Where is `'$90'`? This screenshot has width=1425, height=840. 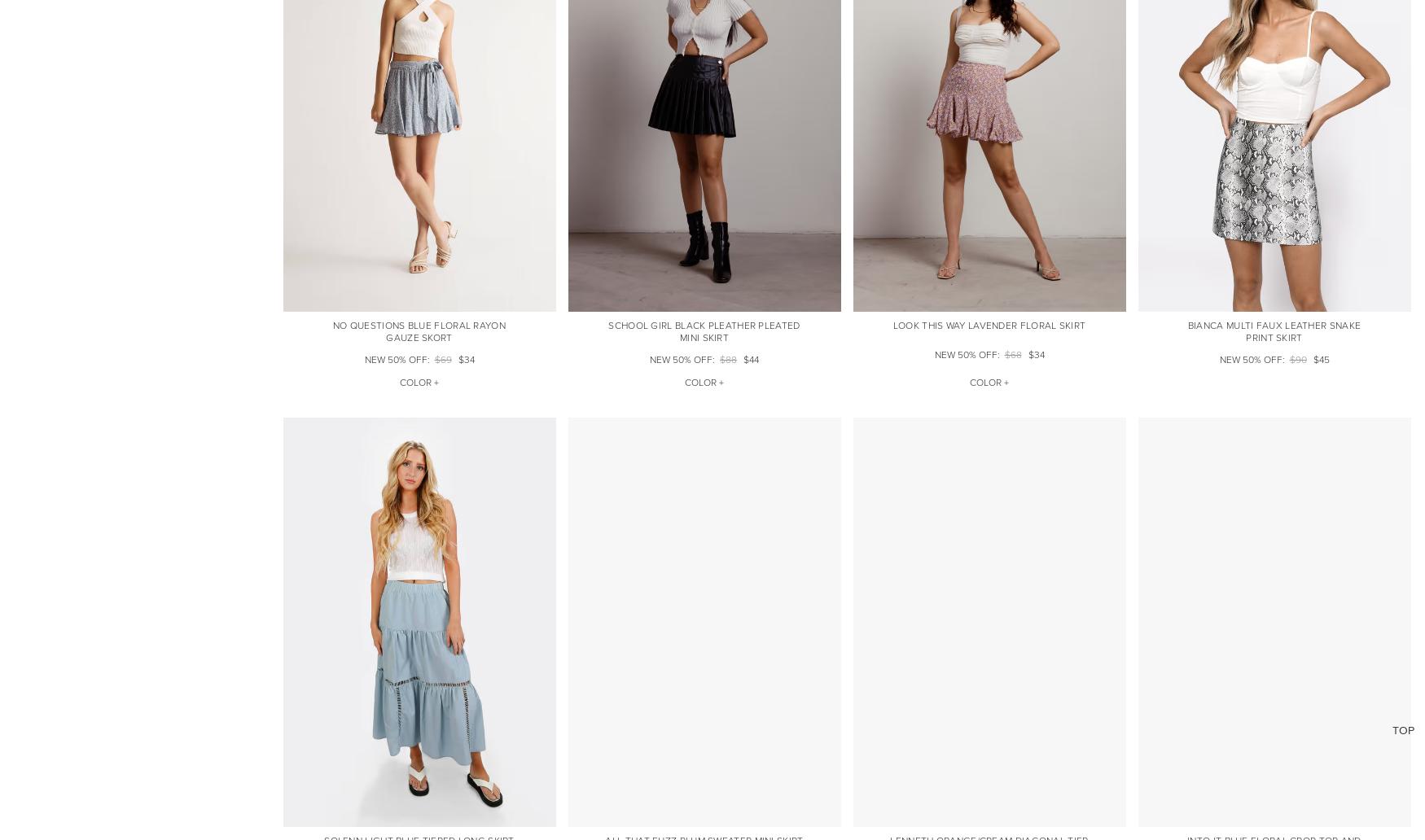 '$90' is located at coordinates (1297, 359).